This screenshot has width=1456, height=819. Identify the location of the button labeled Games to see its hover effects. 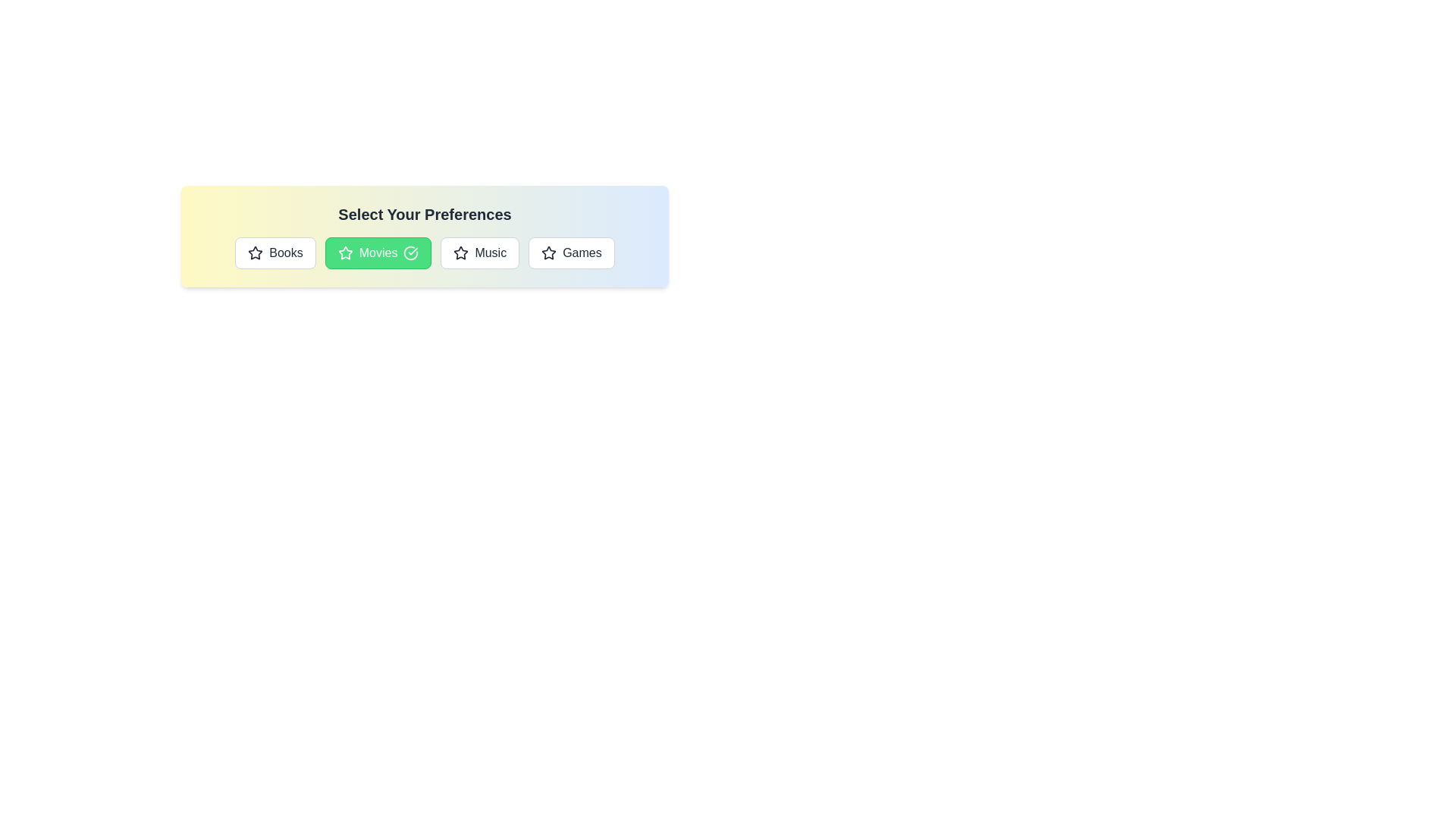
(570, 253).